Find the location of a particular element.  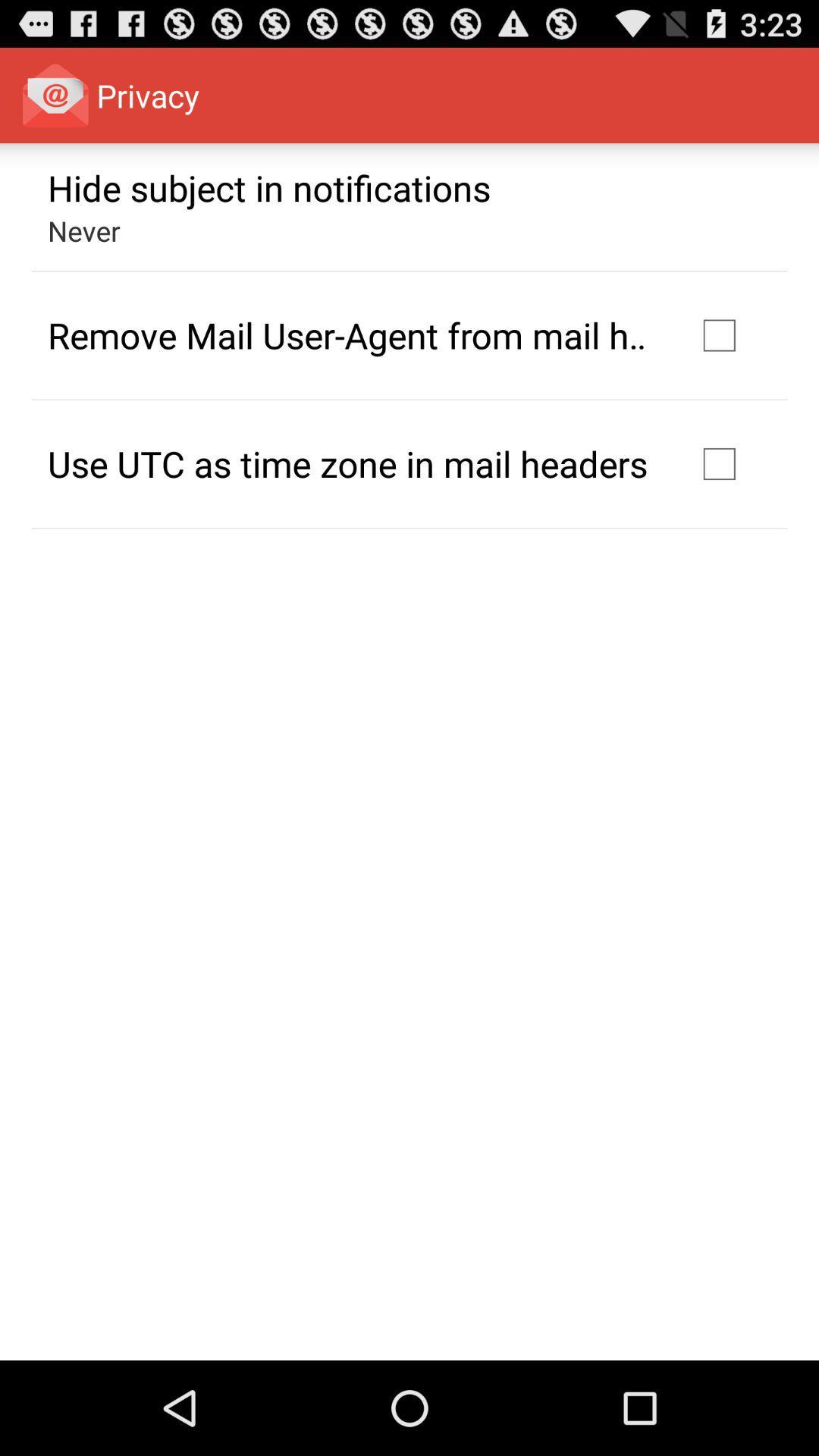

use utc as icon is located at coordinates (347, 463).